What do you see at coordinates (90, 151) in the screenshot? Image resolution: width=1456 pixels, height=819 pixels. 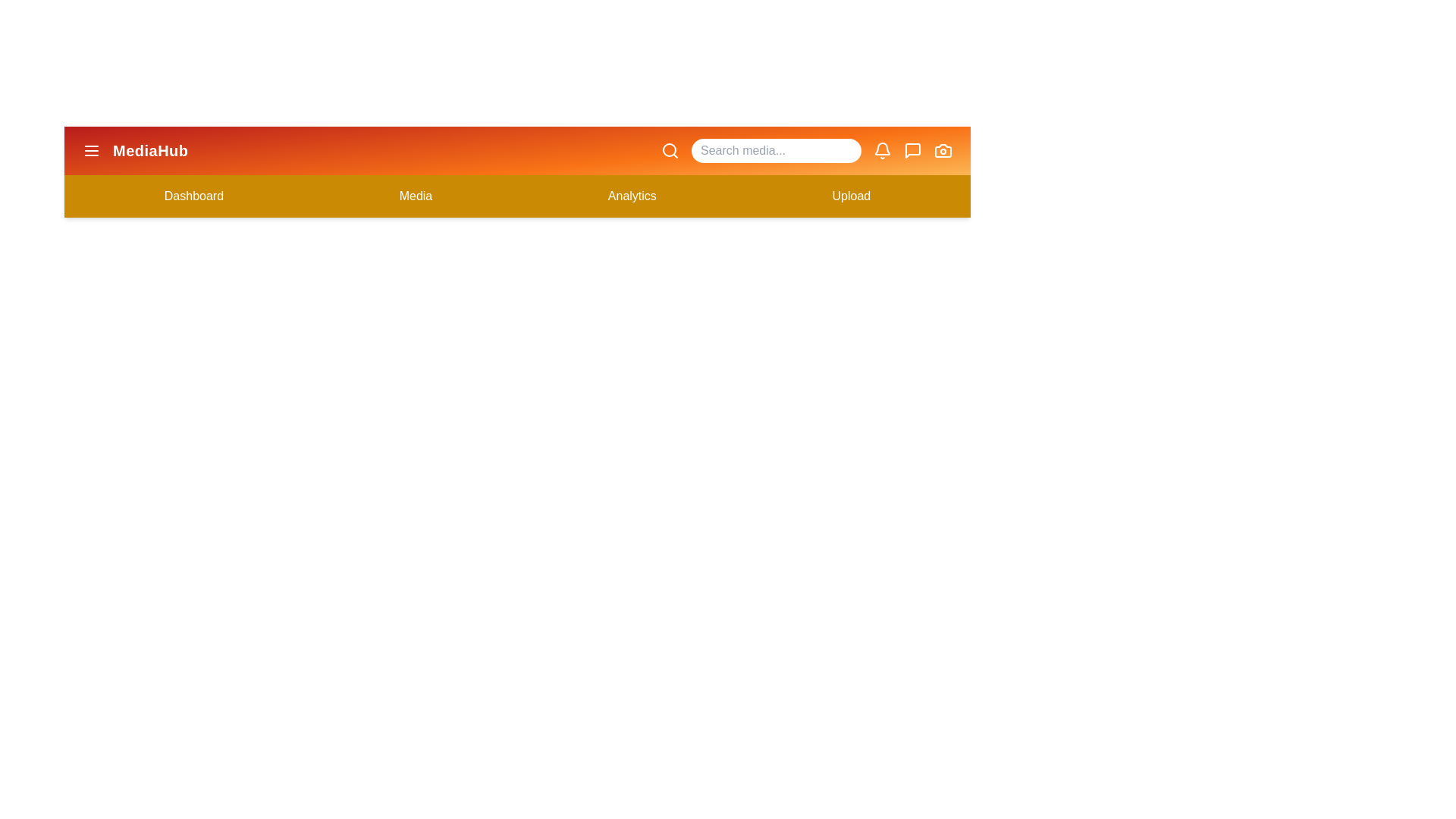 I see `the menu button to toggle the menu visibility` at bounding box center [90, 151].